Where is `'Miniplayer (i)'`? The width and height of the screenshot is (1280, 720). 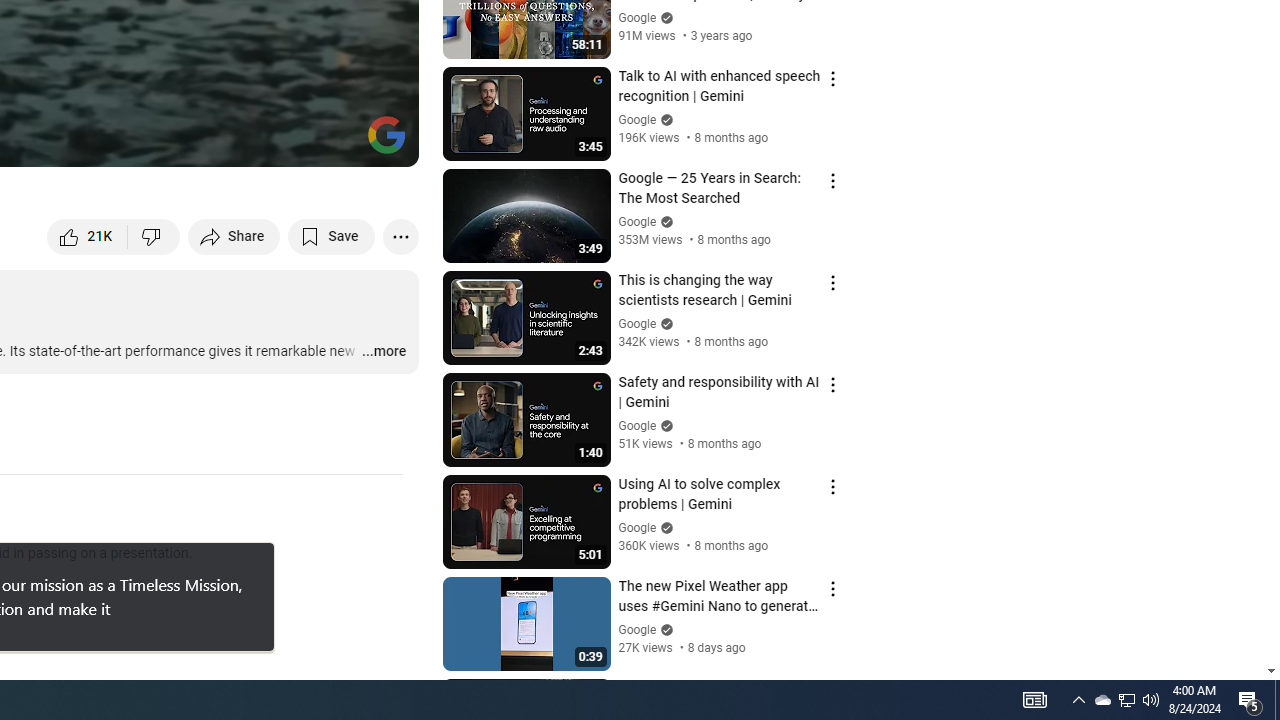
'Miniplayer (i)' is located at coordinates (285, 141).